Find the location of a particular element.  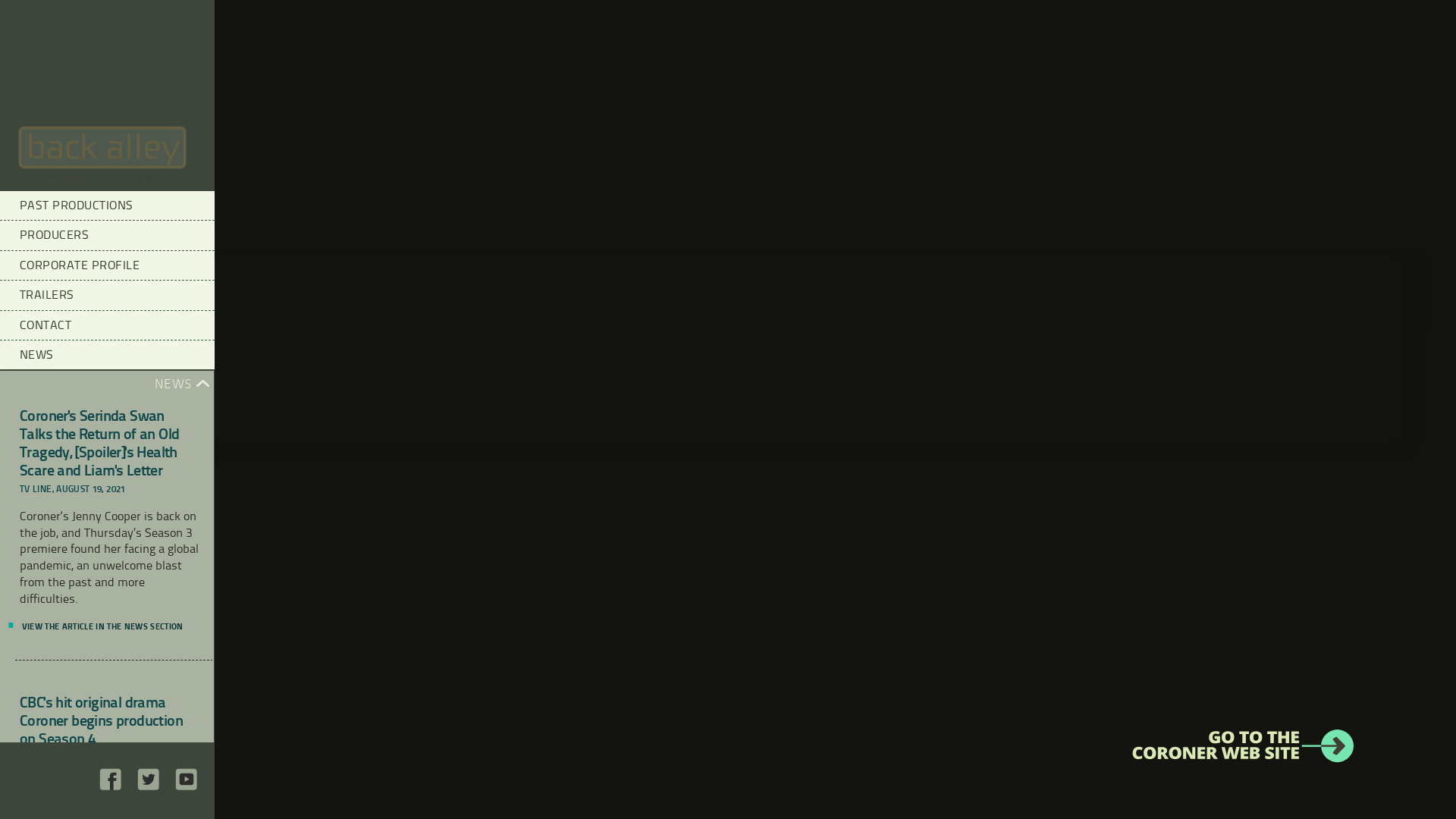

'PAST PRODUCTIONS' is located at coordinates (106, 205).